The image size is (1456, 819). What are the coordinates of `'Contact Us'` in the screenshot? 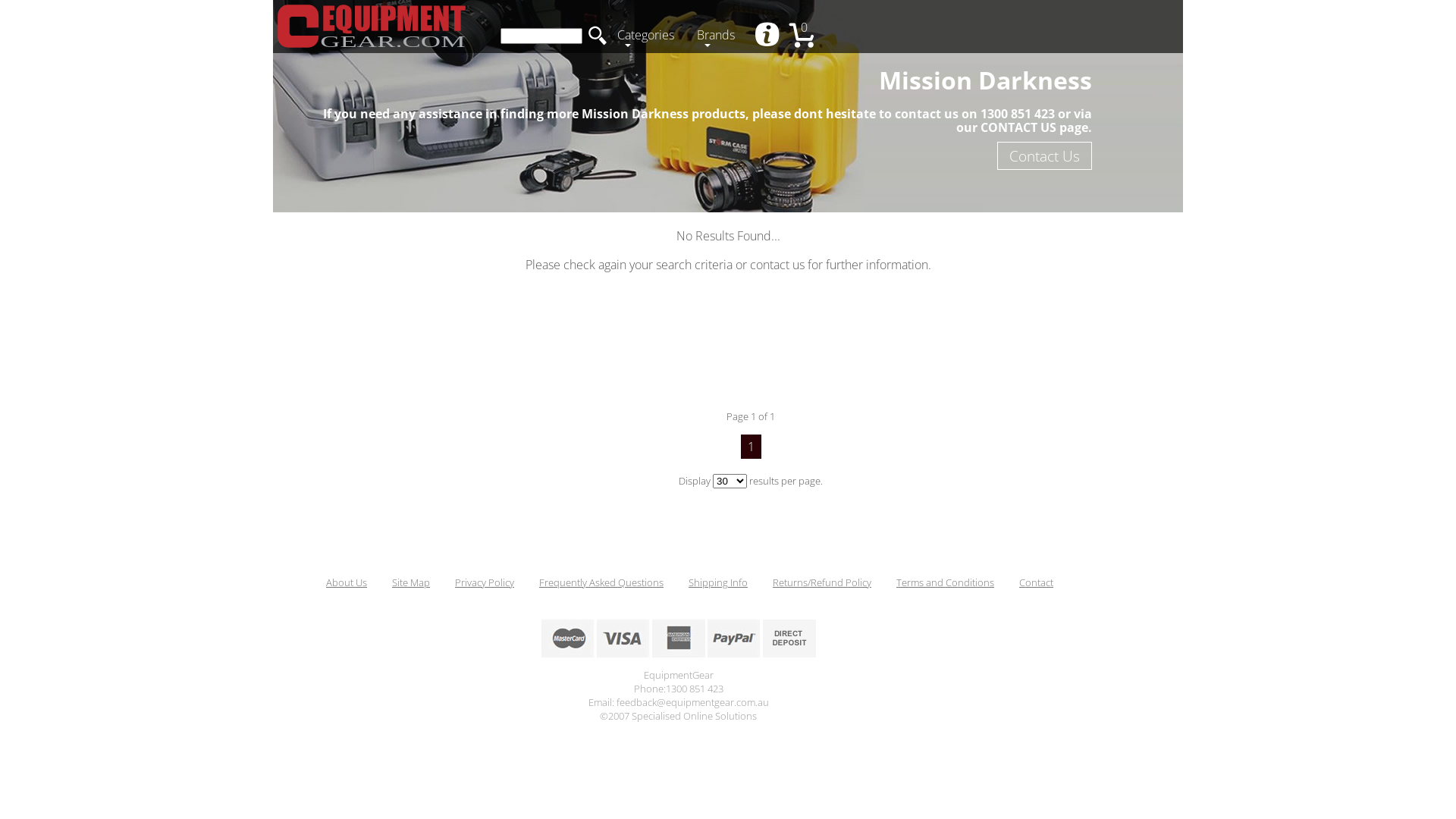 It's located at (1043, 155).